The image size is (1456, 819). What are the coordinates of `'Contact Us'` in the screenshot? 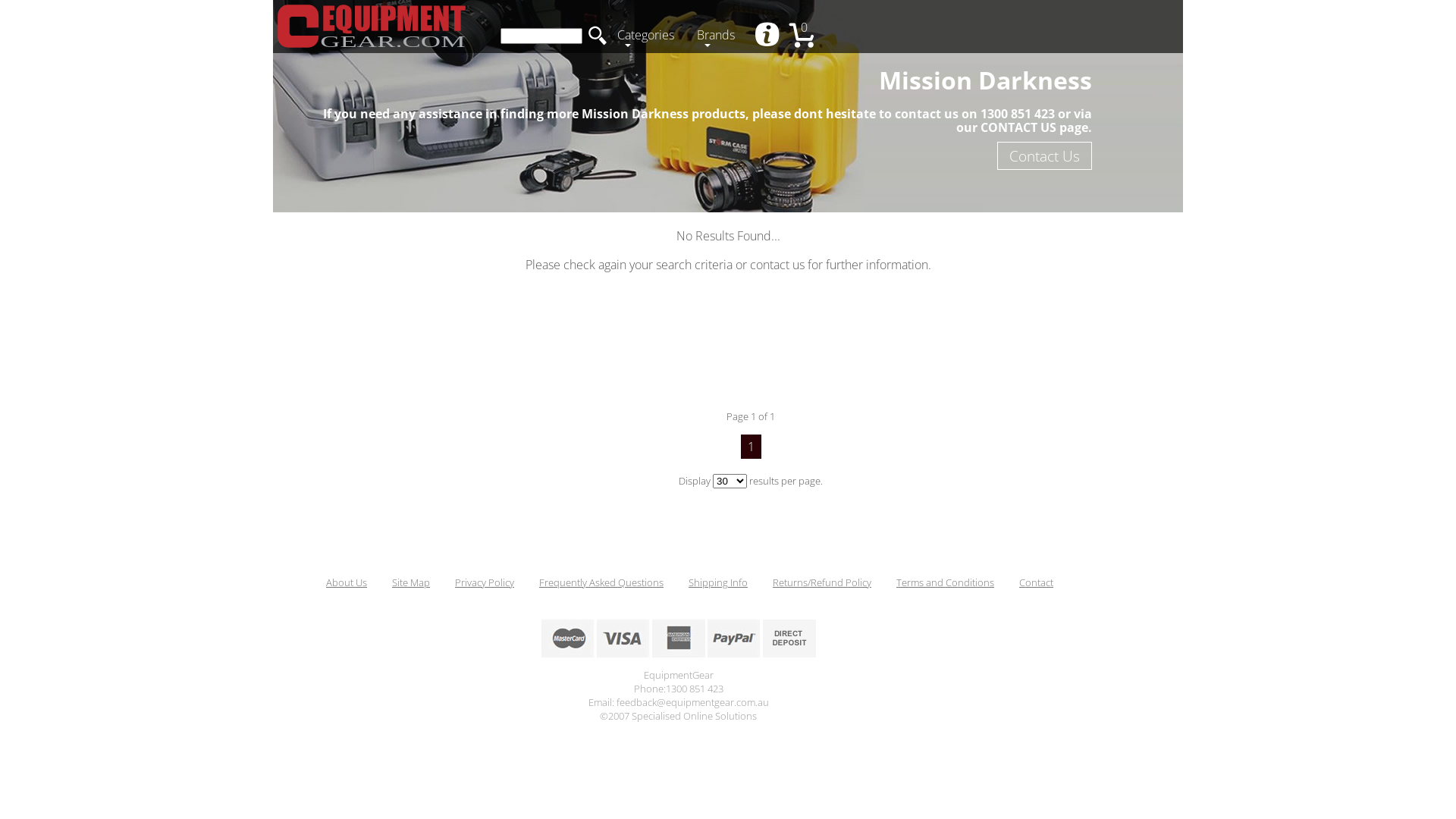 It's located at (1043, 155).